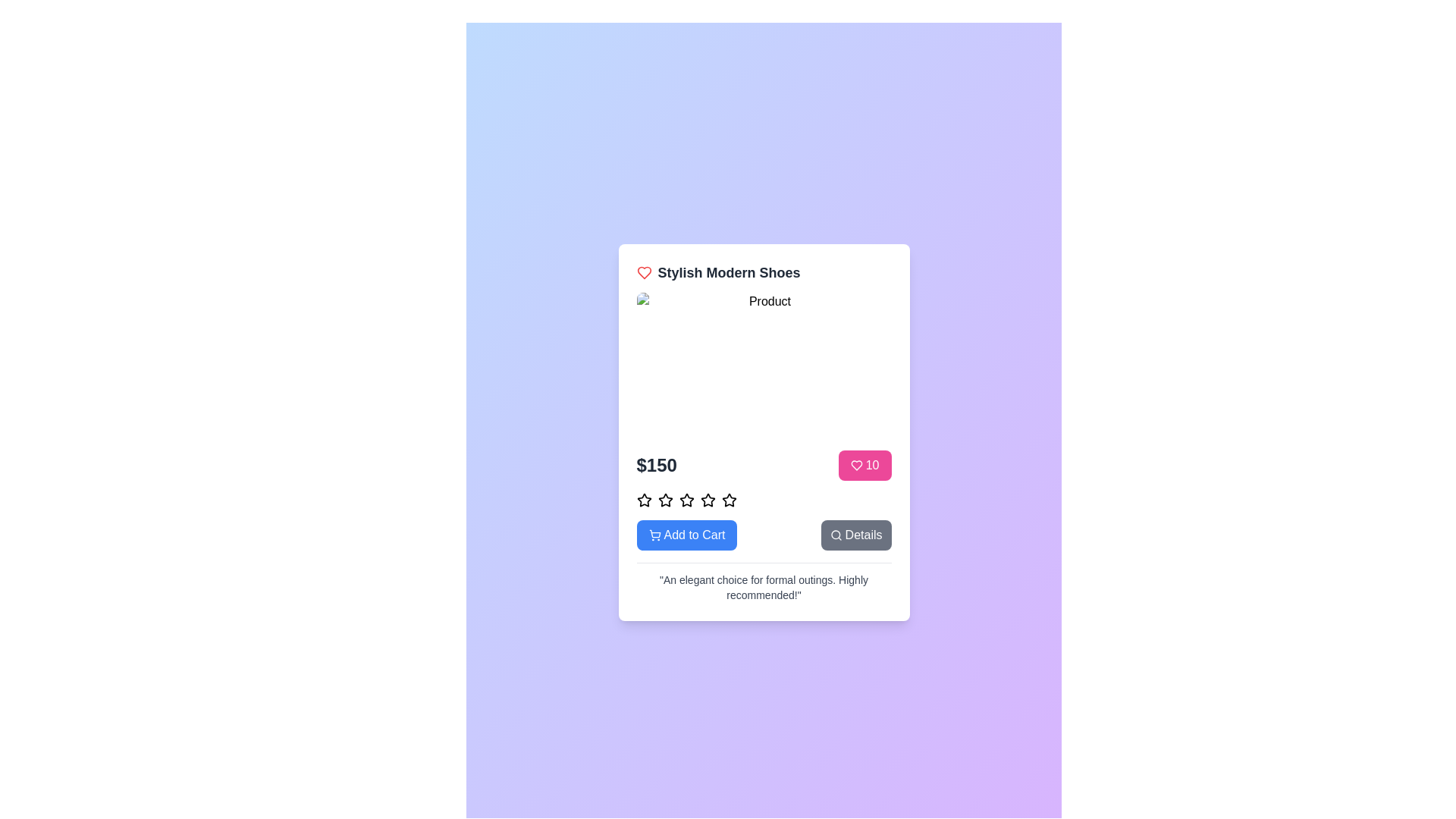 This screenshot has width=1456, height=819. I want to click on the third star icon in the star-based rating system, so click(686, 500).